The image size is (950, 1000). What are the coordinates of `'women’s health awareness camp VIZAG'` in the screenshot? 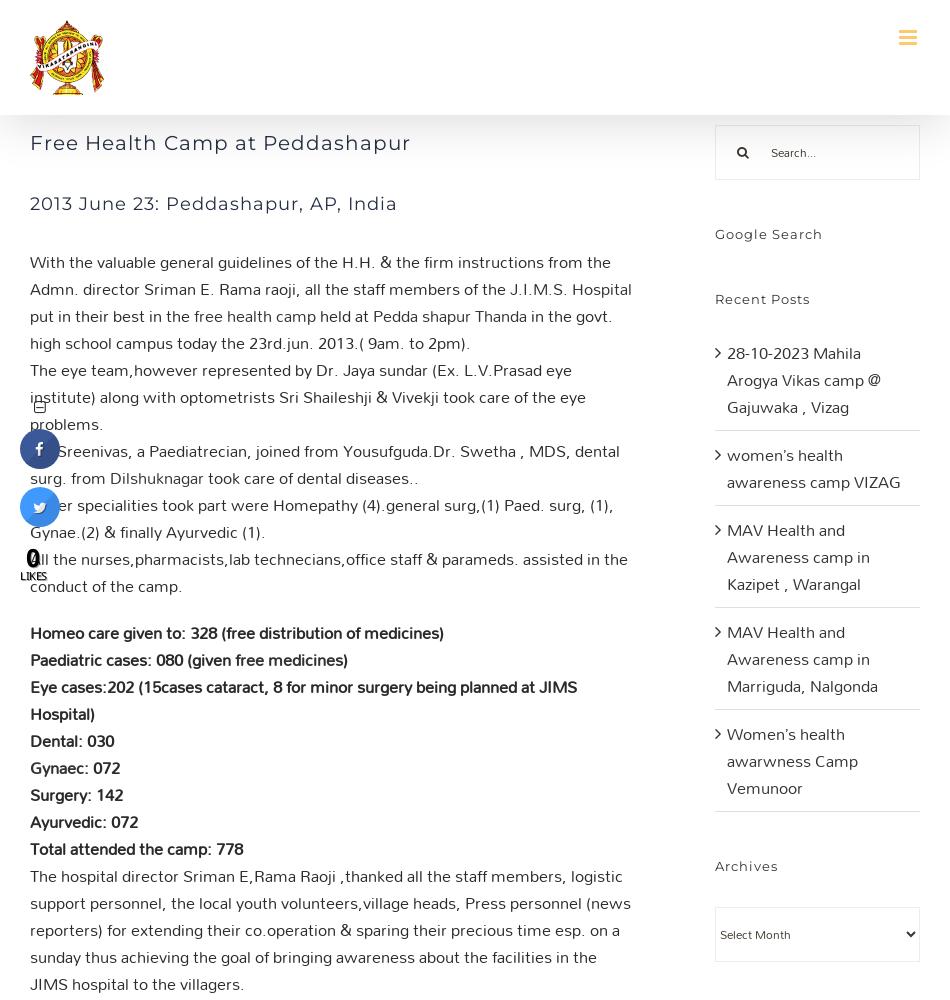 It's located at (726, 467).